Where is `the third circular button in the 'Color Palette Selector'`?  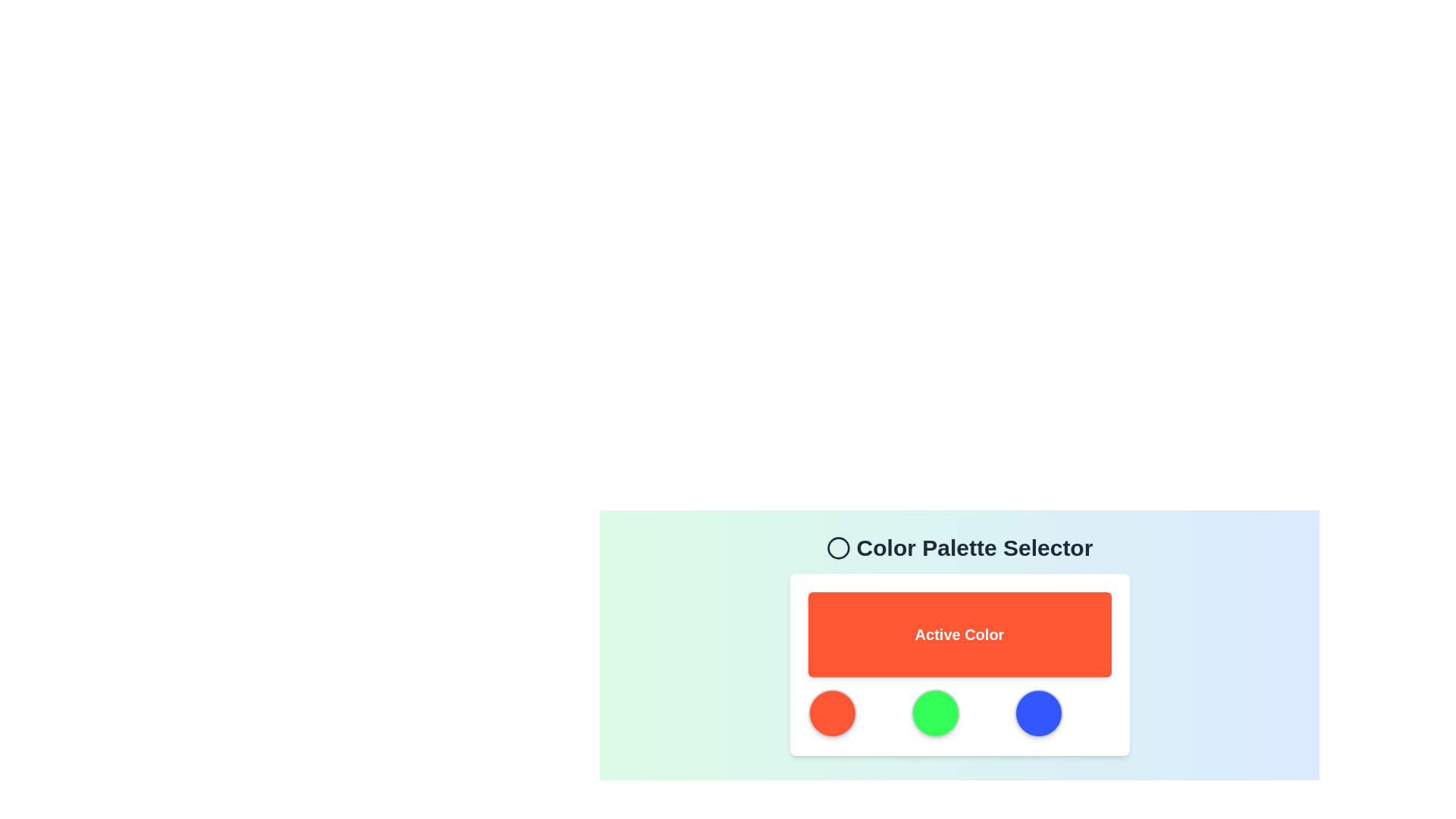 the third circular button in the 'Color Palette Selector' is located at coordinates (1037, 714).